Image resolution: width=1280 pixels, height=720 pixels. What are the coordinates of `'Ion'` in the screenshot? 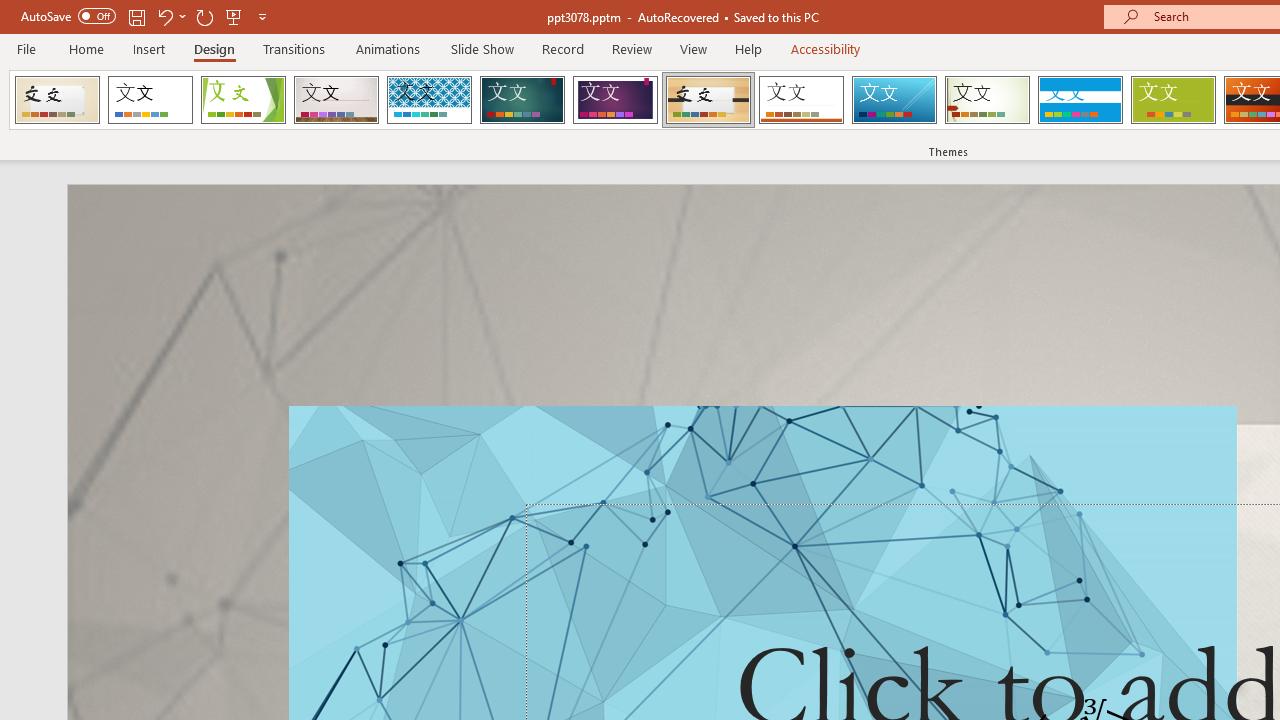 It's located at (522, 100).